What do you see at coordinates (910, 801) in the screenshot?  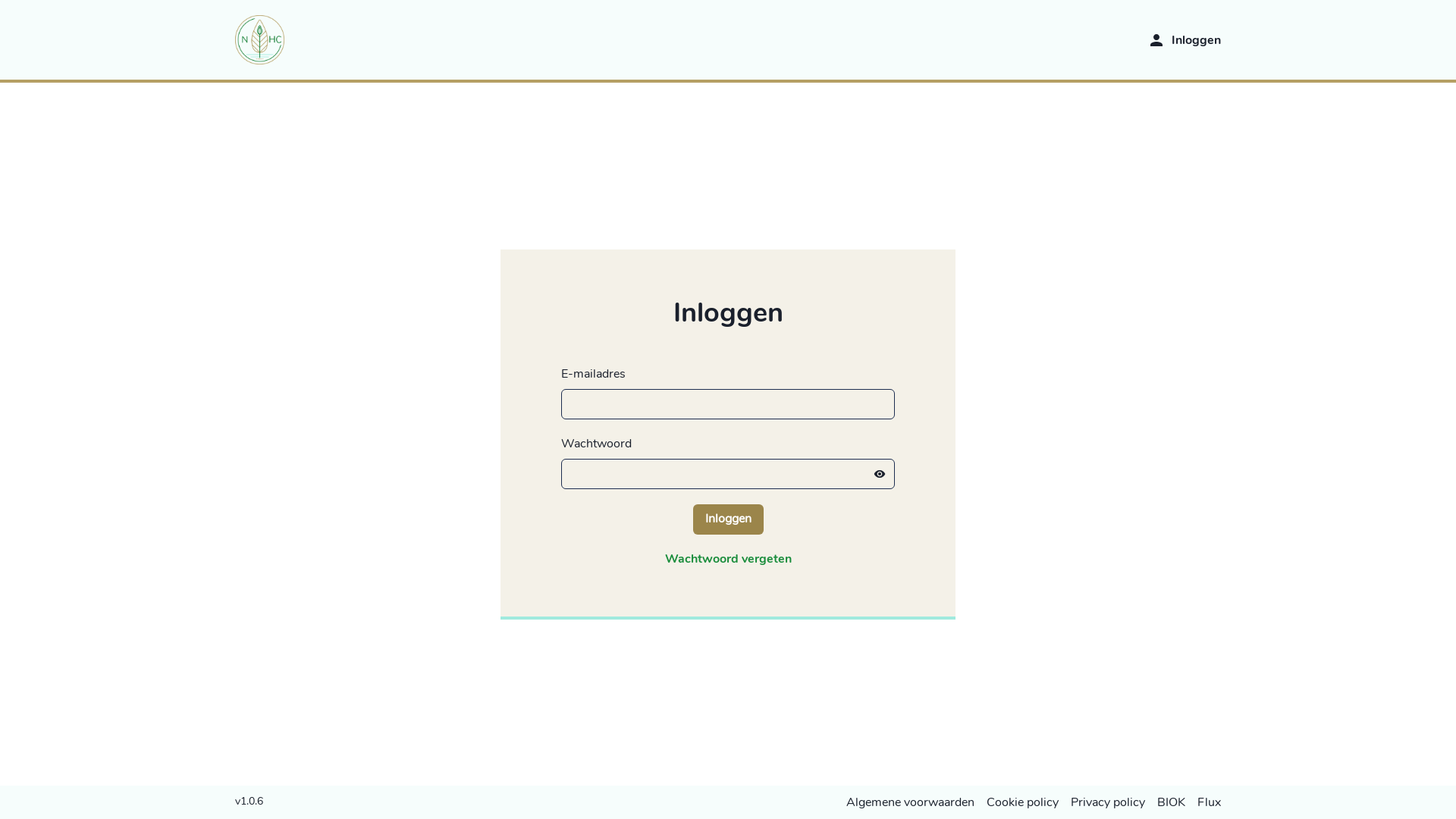 I see `'Algemene voorwaarden'` at bounding box center [910, 801].